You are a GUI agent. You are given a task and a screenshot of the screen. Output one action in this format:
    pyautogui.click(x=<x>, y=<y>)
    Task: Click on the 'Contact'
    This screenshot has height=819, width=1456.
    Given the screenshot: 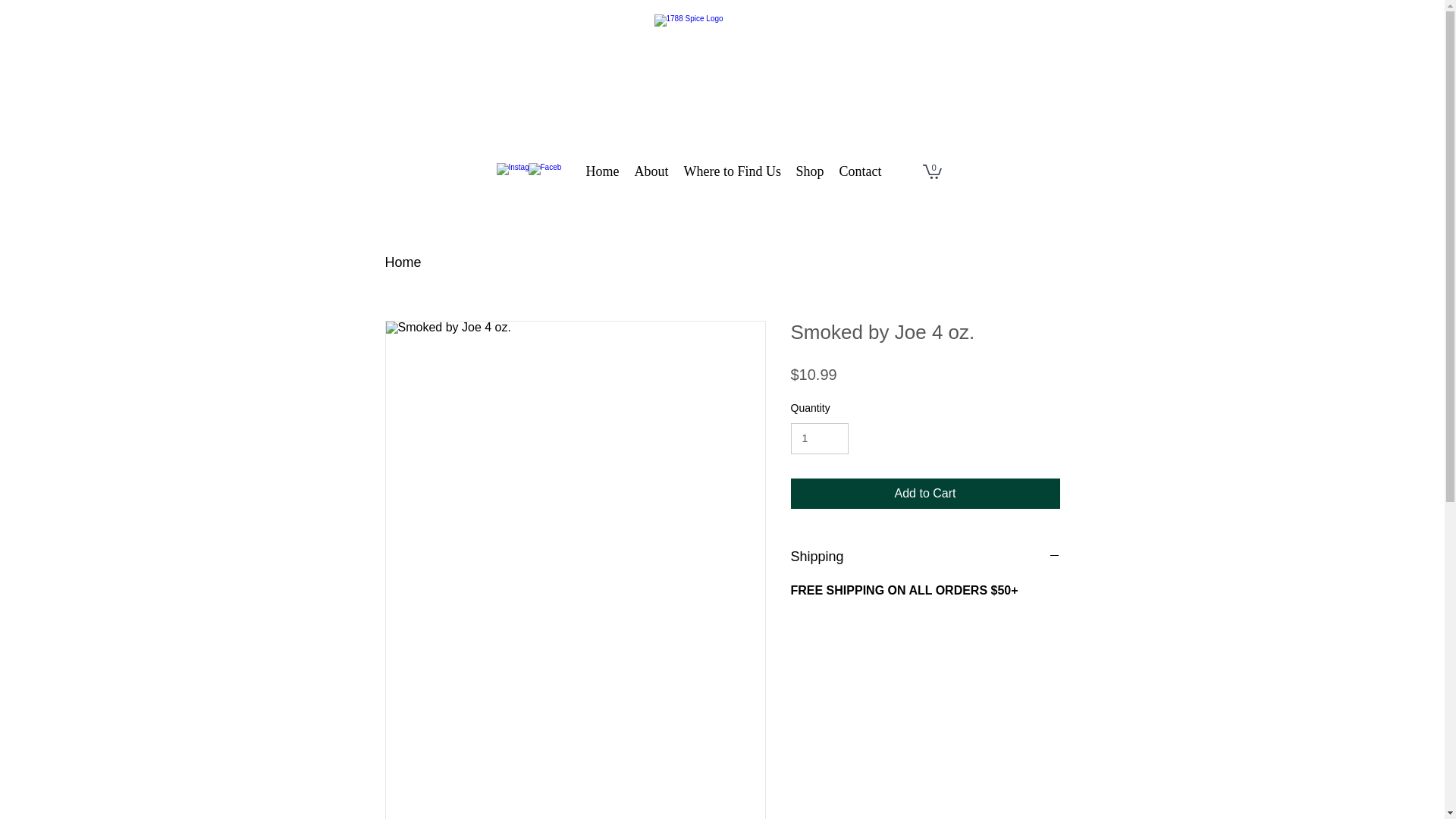 What is the action you would take?
    pyautogui.click(x=830, y=171)
    